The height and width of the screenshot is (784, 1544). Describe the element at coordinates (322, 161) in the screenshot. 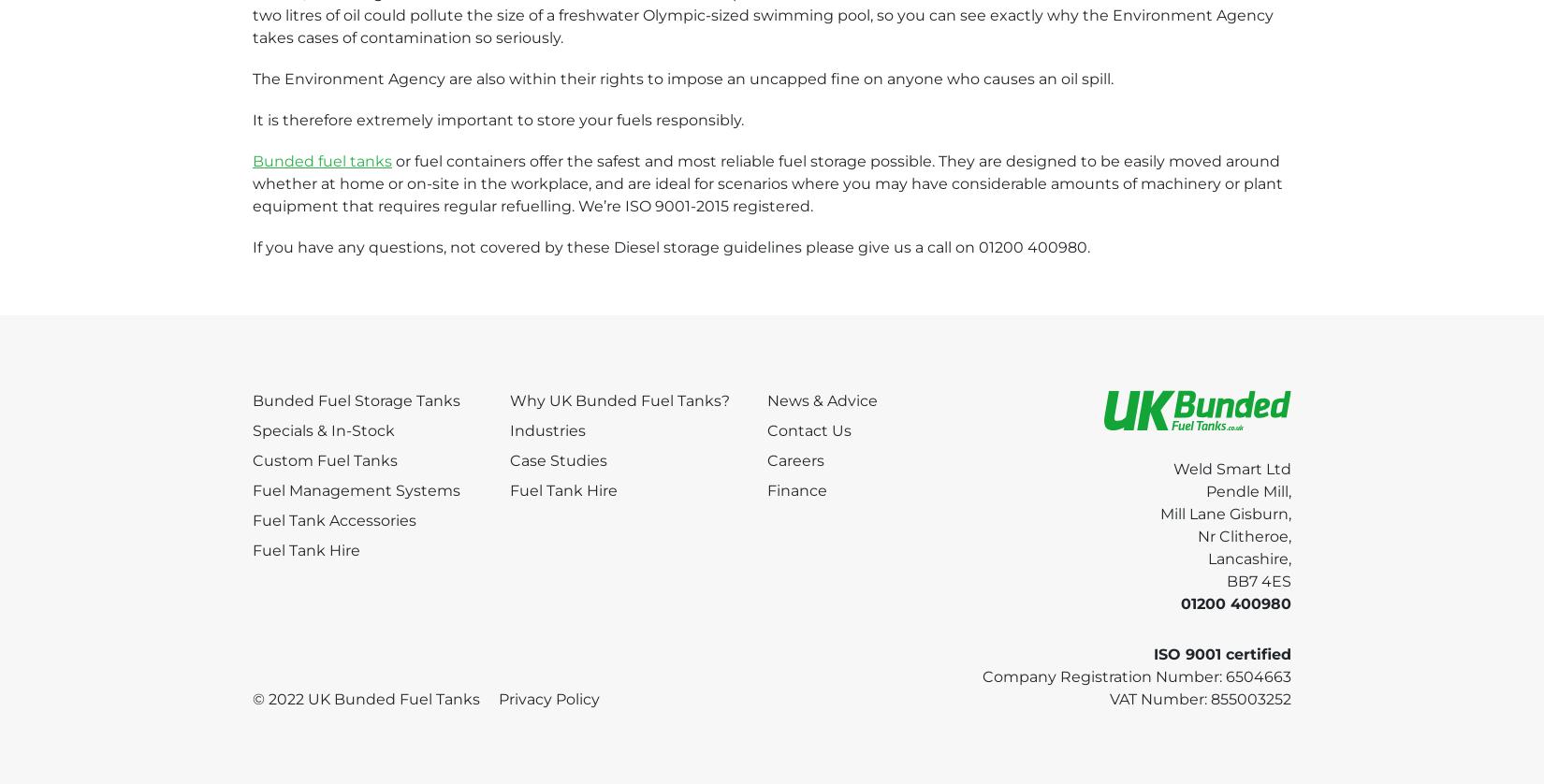

I see `'Bunded fuel tanks'` at that location.